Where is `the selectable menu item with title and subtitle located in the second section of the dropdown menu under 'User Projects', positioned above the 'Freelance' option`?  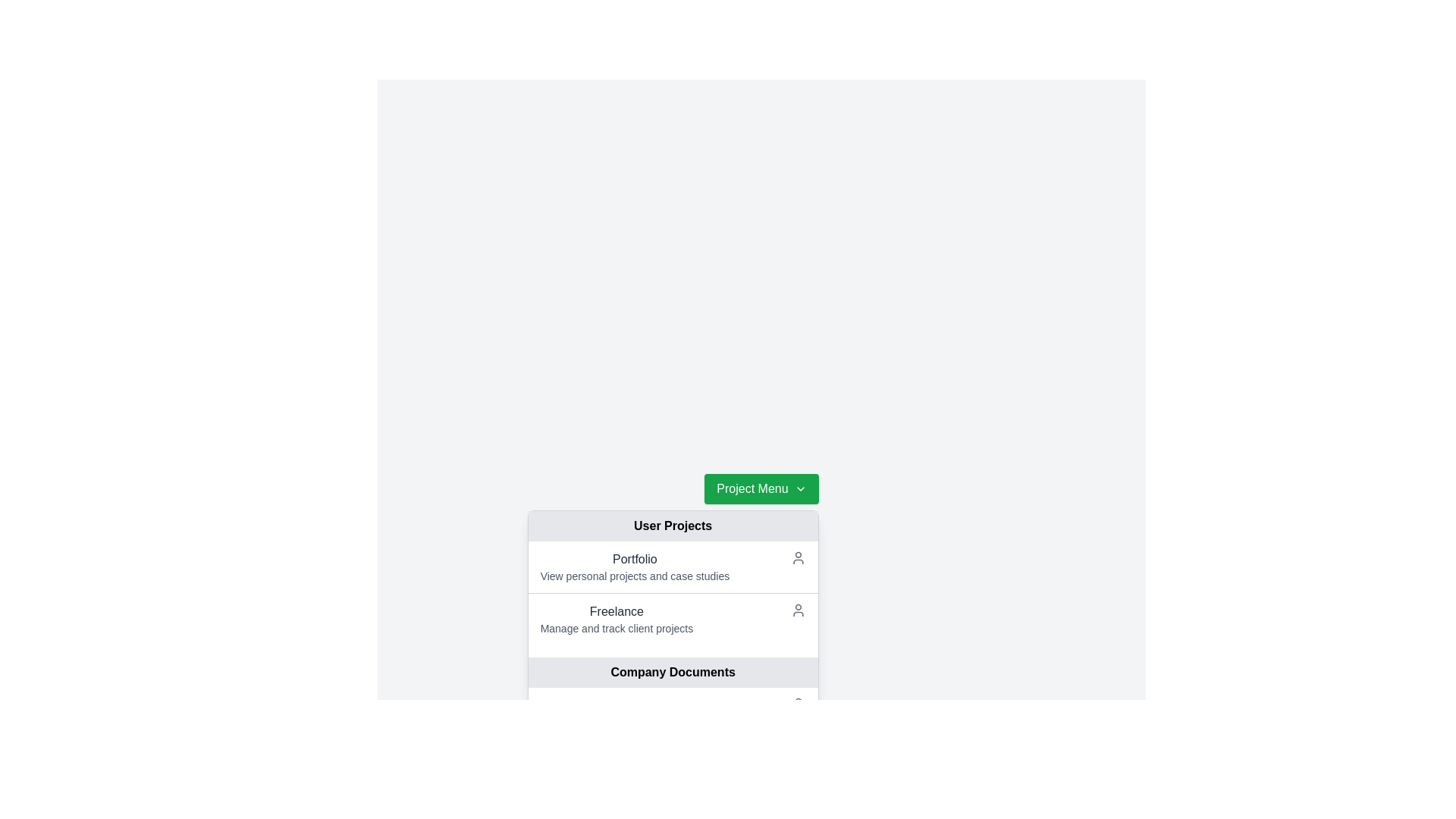
the selectable menu item with title and subtitle located in the second section of the dropdown menu under 'User Projects', positioned above the 'Freelance' option is located at coordinates (635, 567).